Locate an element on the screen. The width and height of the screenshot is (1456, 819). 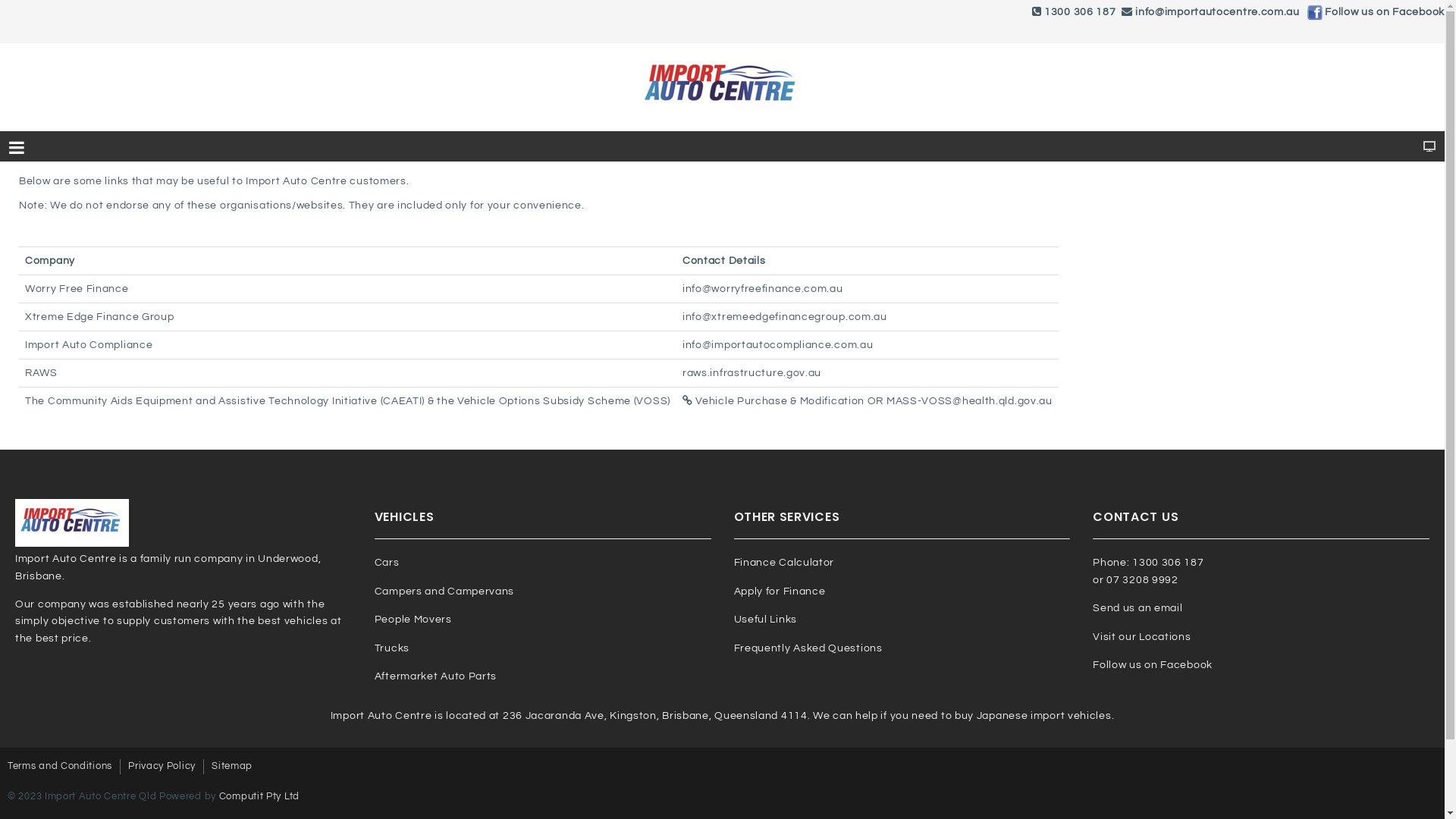
'Sitemap' is located at coordinates (231, 766).